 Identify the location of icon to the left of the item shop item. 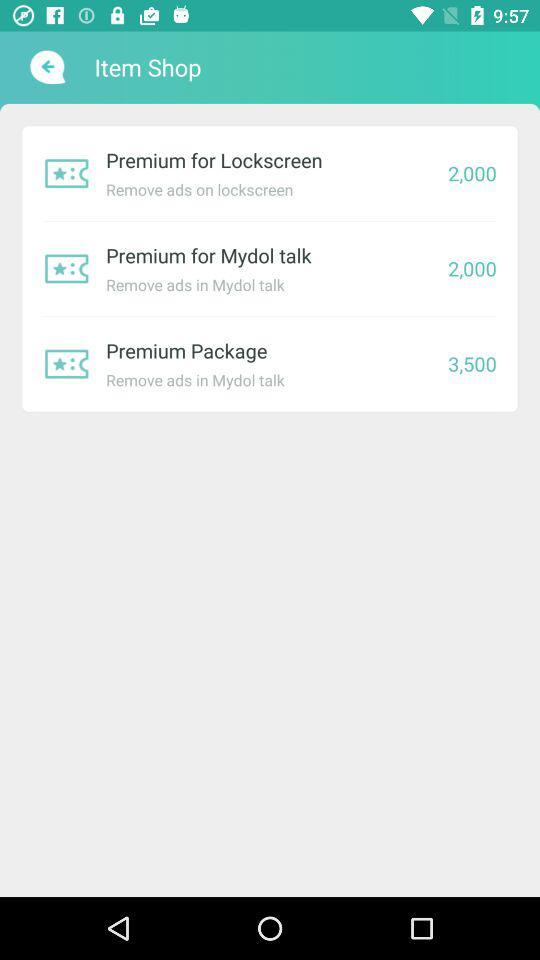
(45, 67).